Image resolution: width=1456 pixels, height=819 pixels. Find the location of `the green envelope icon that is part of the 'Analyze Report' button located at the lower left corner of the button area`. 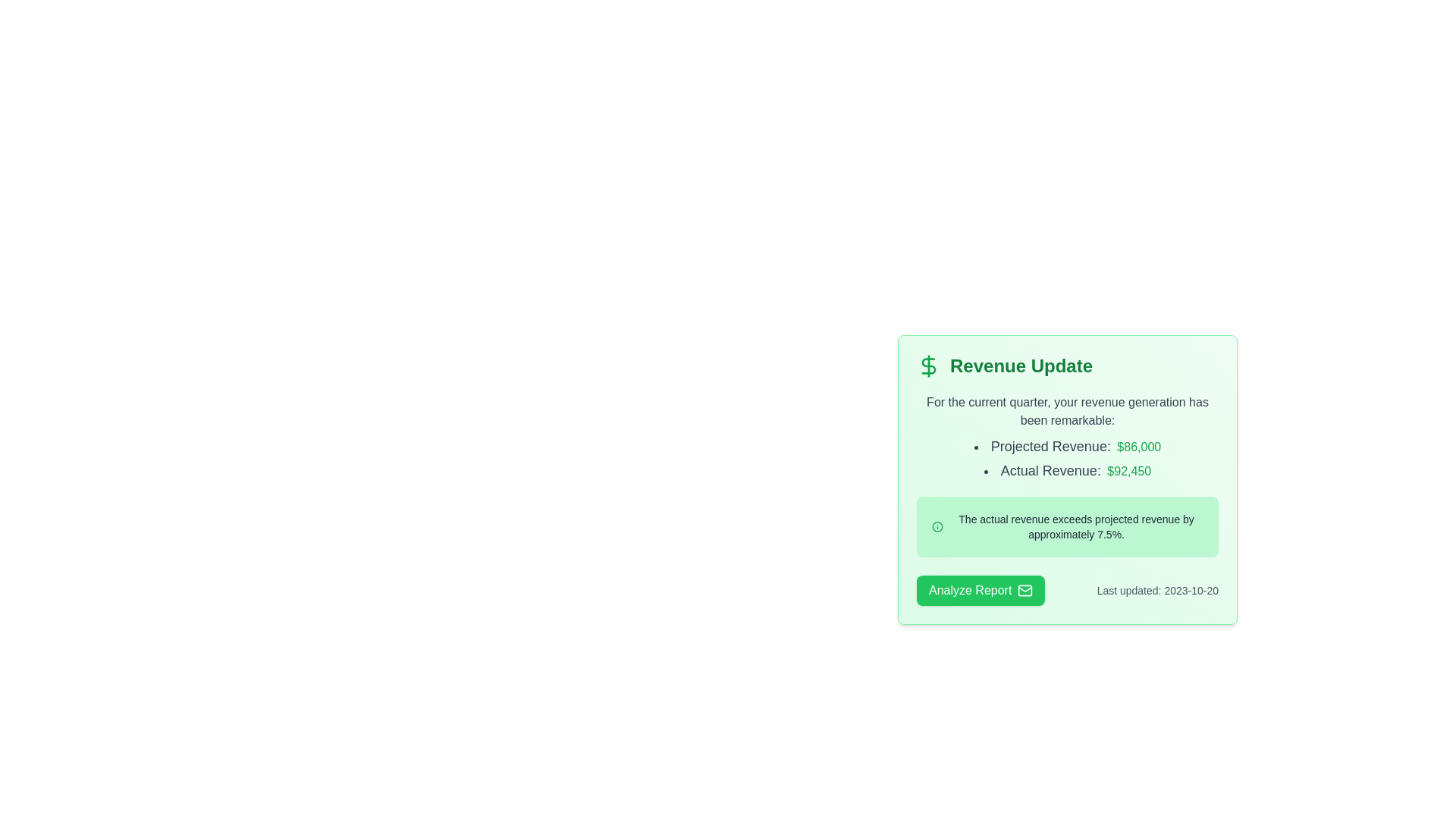

the green envelope icon that is part of the 'Analyze Report' button located at the lower left corner of the button area is located at coordinates (1025, 590).